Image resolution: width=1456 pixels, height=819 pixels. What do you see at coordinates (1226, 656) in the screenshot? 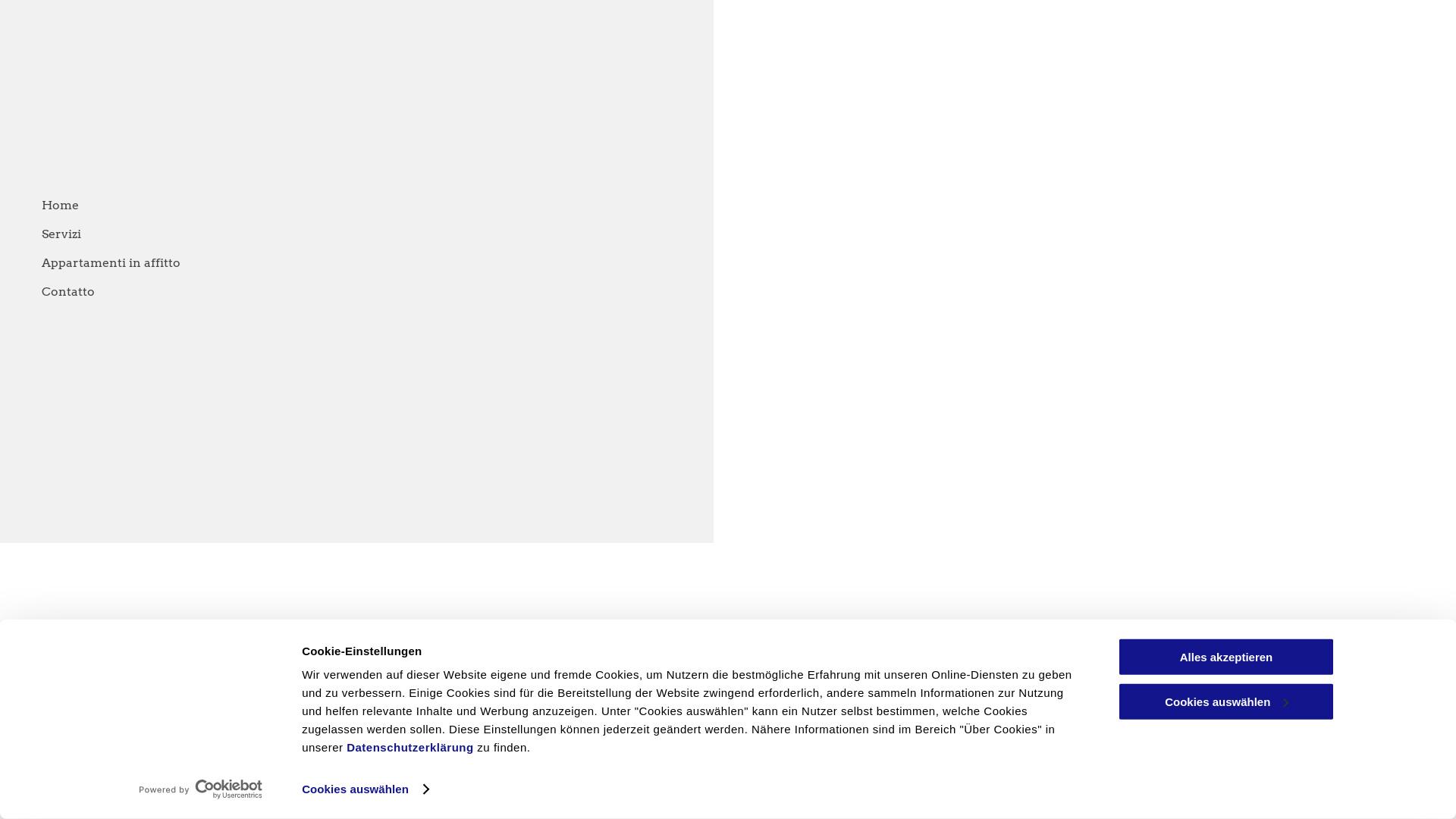
I see `'Alles akzeptieren'` at bounding box center [1226, 656].